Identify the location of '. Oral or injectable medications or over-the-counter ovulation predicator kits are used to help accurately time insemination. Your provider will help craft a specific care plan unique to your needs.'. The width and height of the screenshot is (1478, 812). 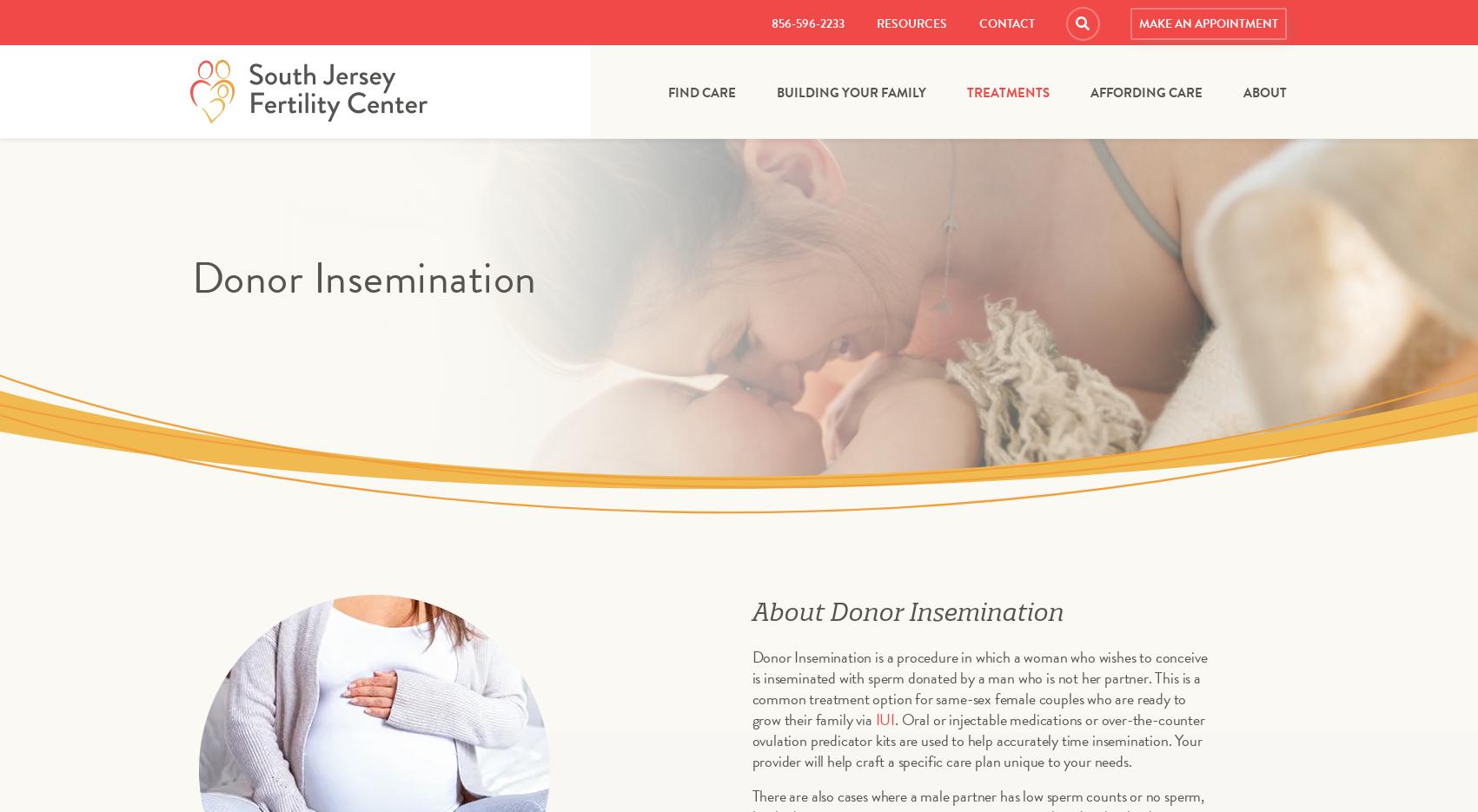
(977, 738).